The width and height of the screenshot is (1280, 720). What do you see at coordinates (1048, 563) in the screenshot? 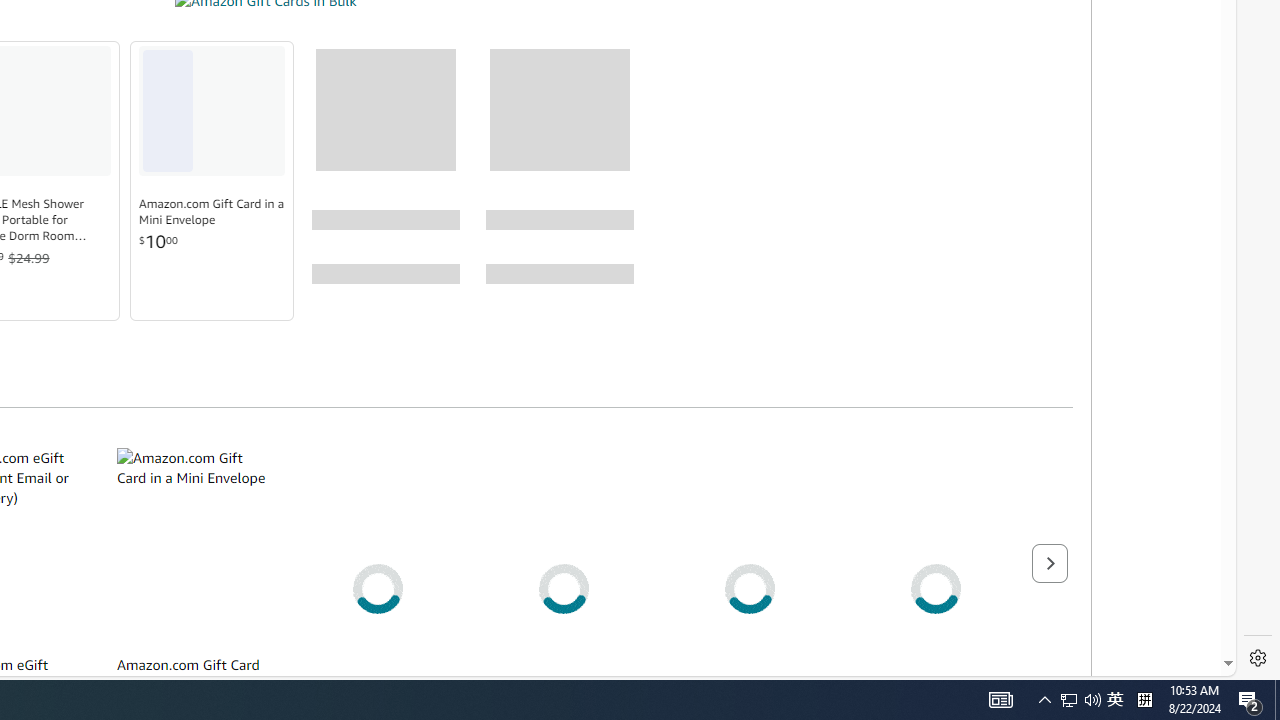
I see `'Next page'` at bounding box center [1048, 563].